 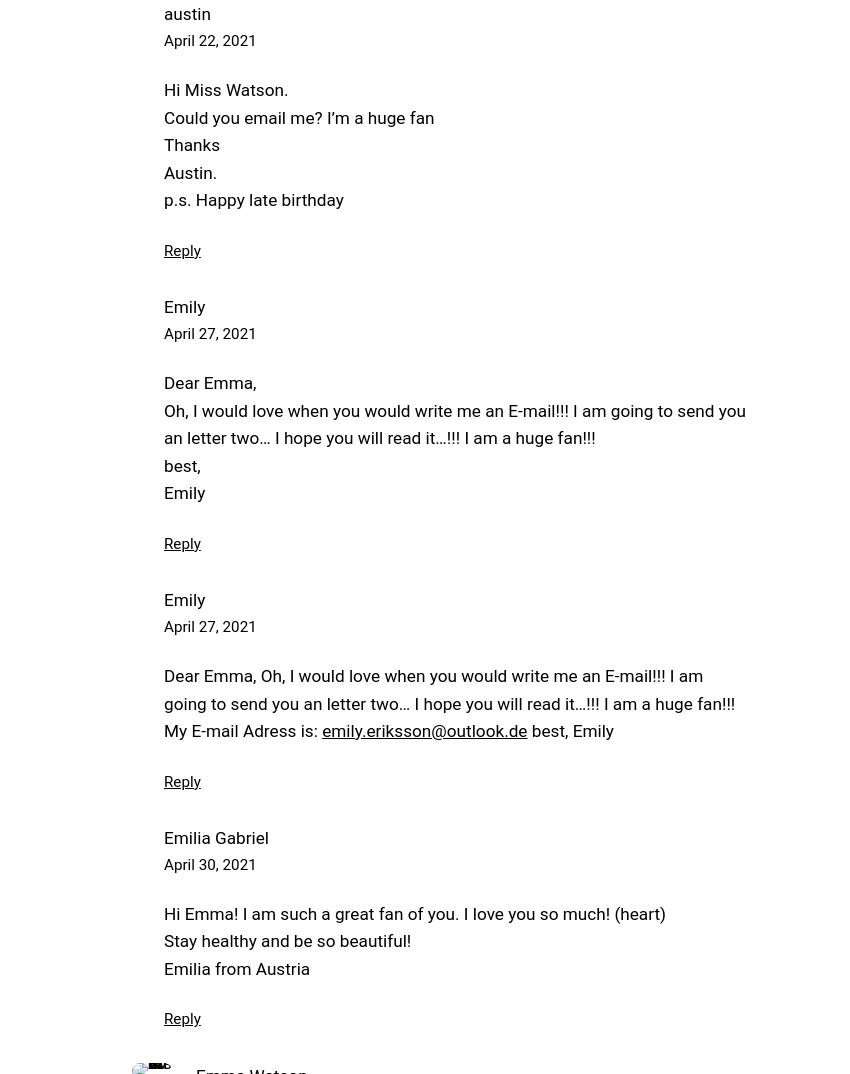 I want to click on 'Dear Emma,', so click(x=209, y=382).